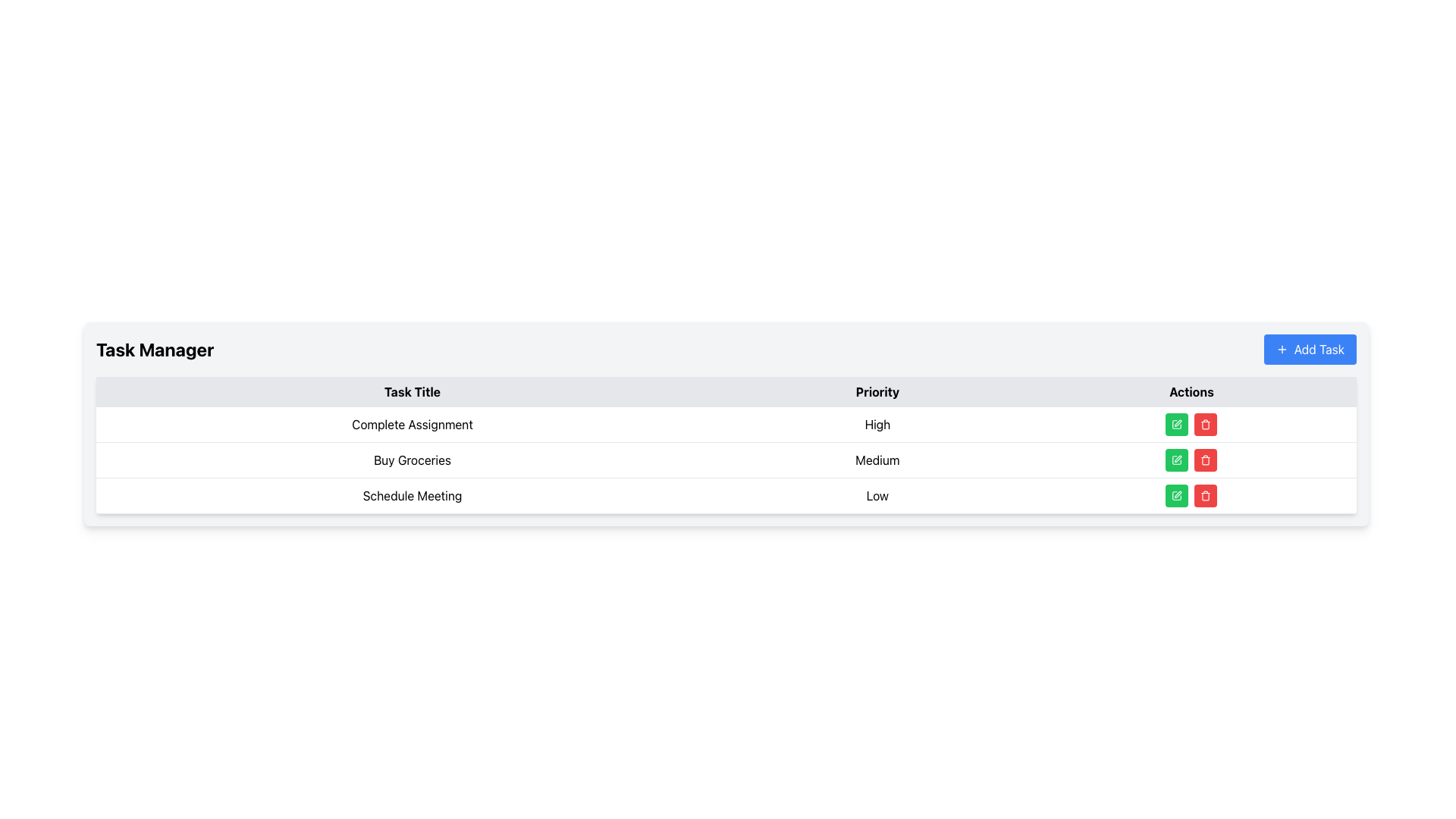 This screenshot has height=819, width=1456. What do you see at coordinates (1309, 350) in the screenshot?
I see `the button in the top-right corner of the task management system` at bounding box center [1309, 350].